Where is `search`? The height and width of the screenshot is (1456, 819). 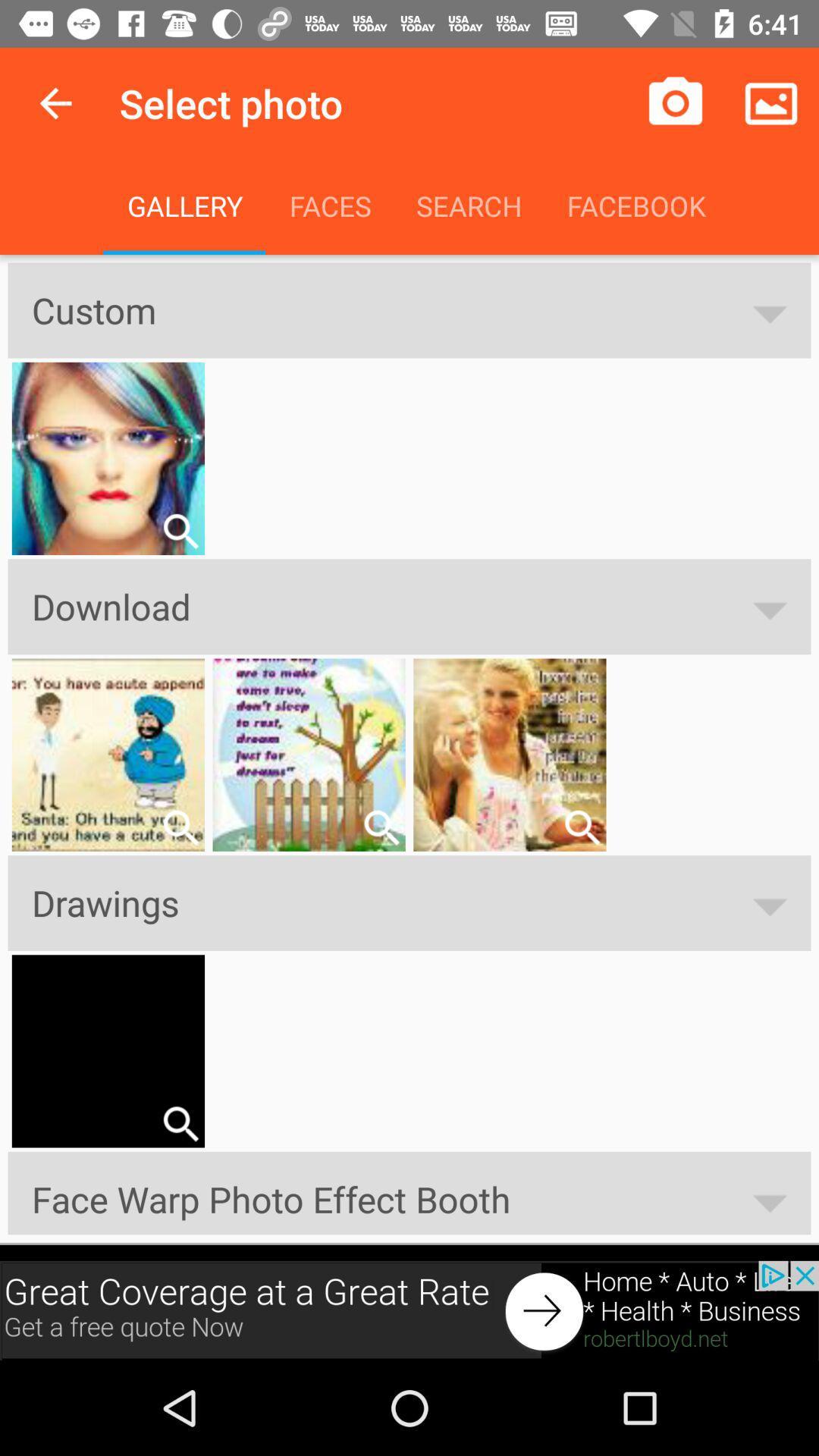
search is located at coordinates (180, 531).